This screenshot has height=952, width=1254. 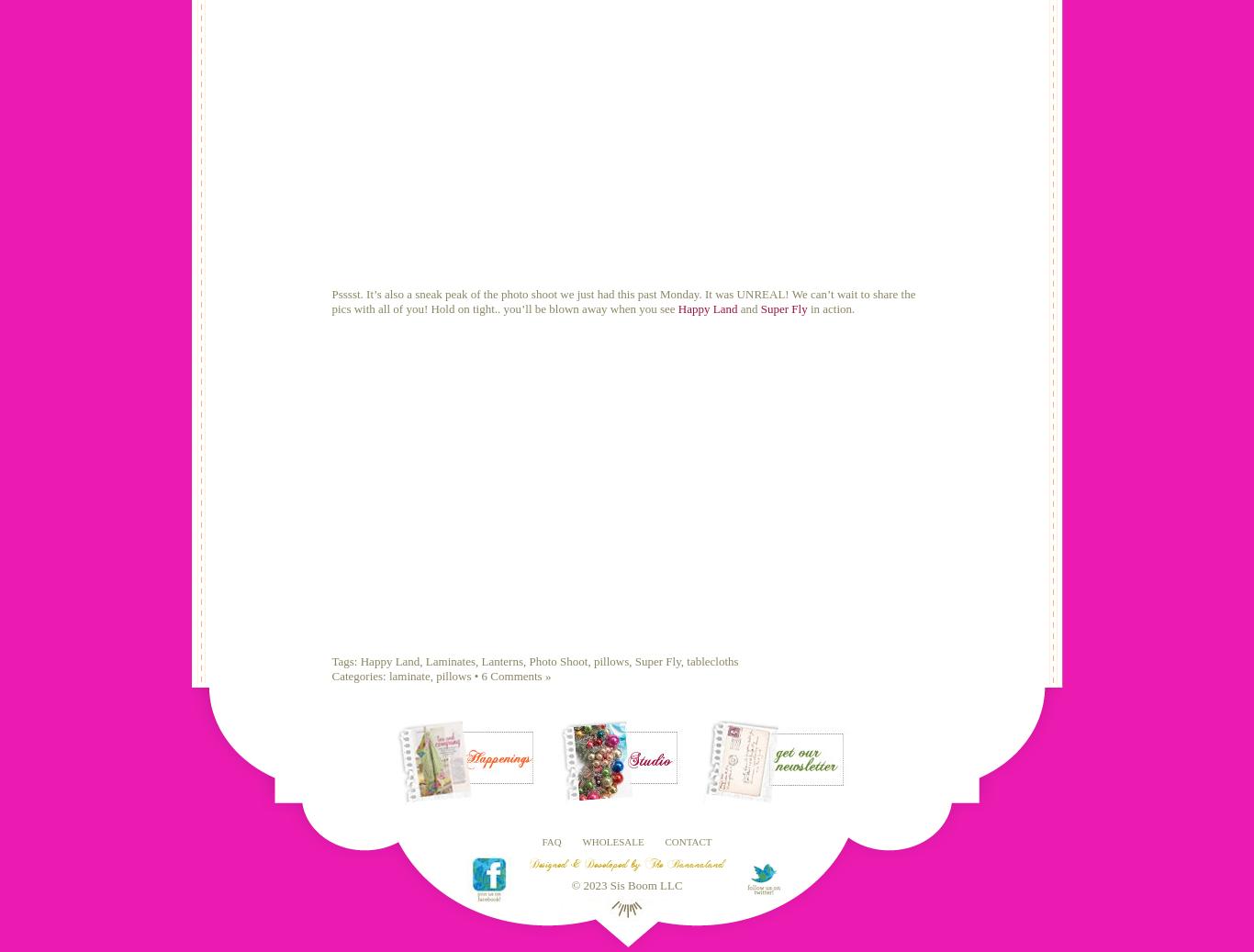 What do you see at coordinates (664, 840) in the screenshot?
I see `'Contact'` at bounding box center [664, 840].